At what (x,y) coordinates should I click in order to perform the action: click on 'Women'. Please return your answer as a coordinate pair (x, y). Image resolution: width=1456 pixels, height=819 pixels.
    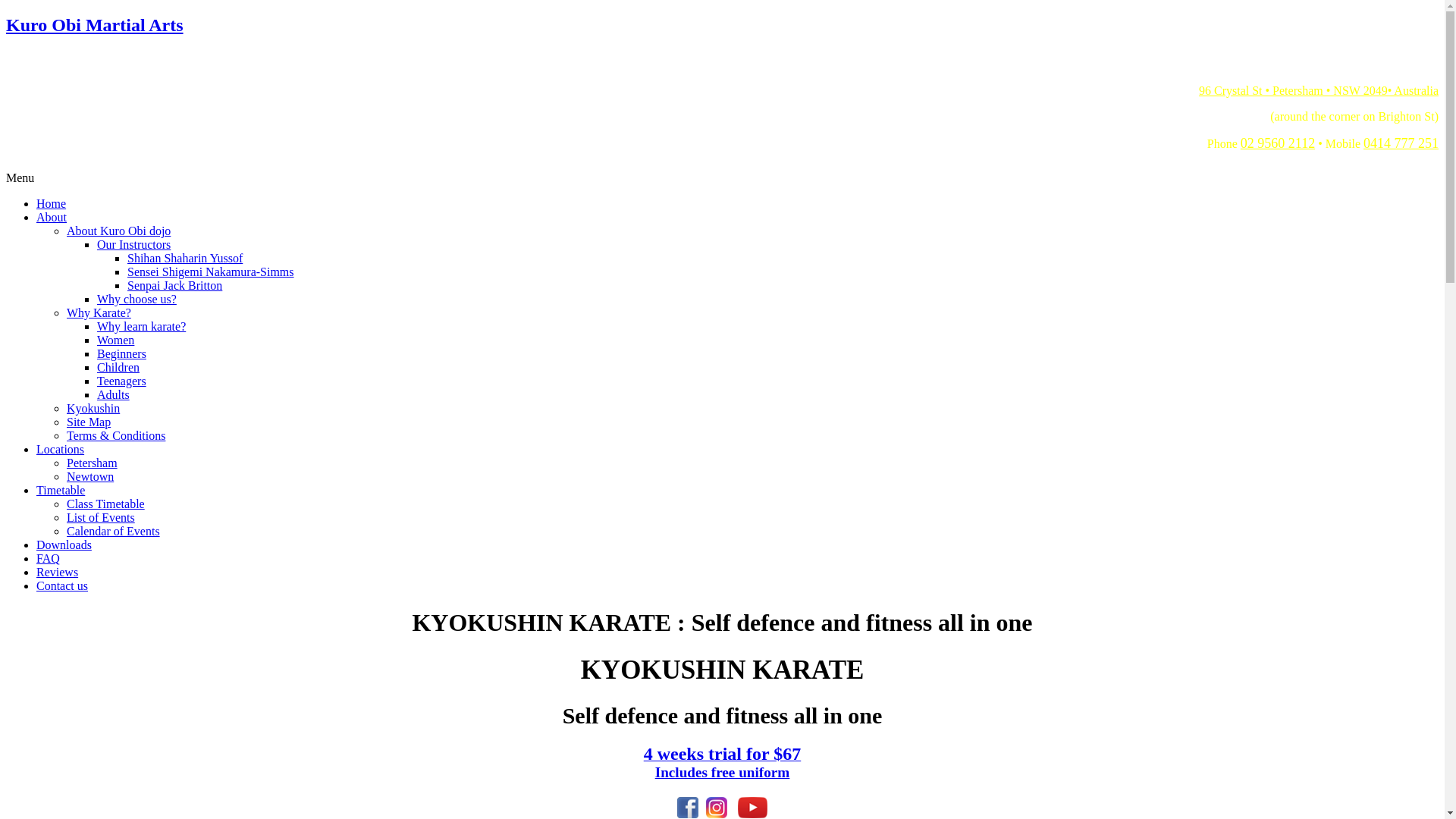
    Looking at the image, I should click on (115, 339).